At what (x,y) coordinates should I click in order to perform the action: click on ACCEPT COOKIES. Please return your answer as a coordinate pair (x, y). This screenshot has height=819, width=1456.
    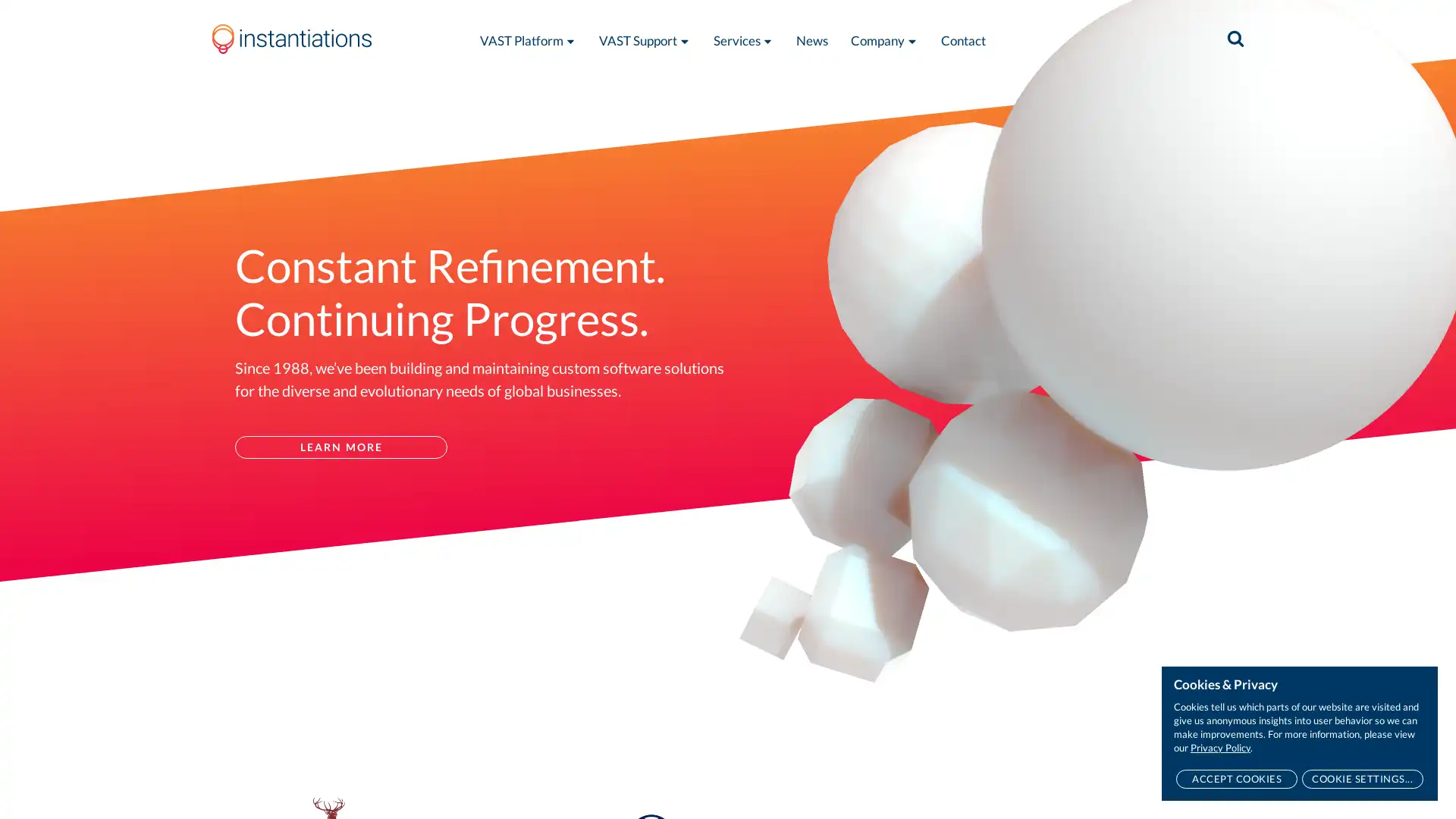
    Looking at the image, I should click on (1236, 779).